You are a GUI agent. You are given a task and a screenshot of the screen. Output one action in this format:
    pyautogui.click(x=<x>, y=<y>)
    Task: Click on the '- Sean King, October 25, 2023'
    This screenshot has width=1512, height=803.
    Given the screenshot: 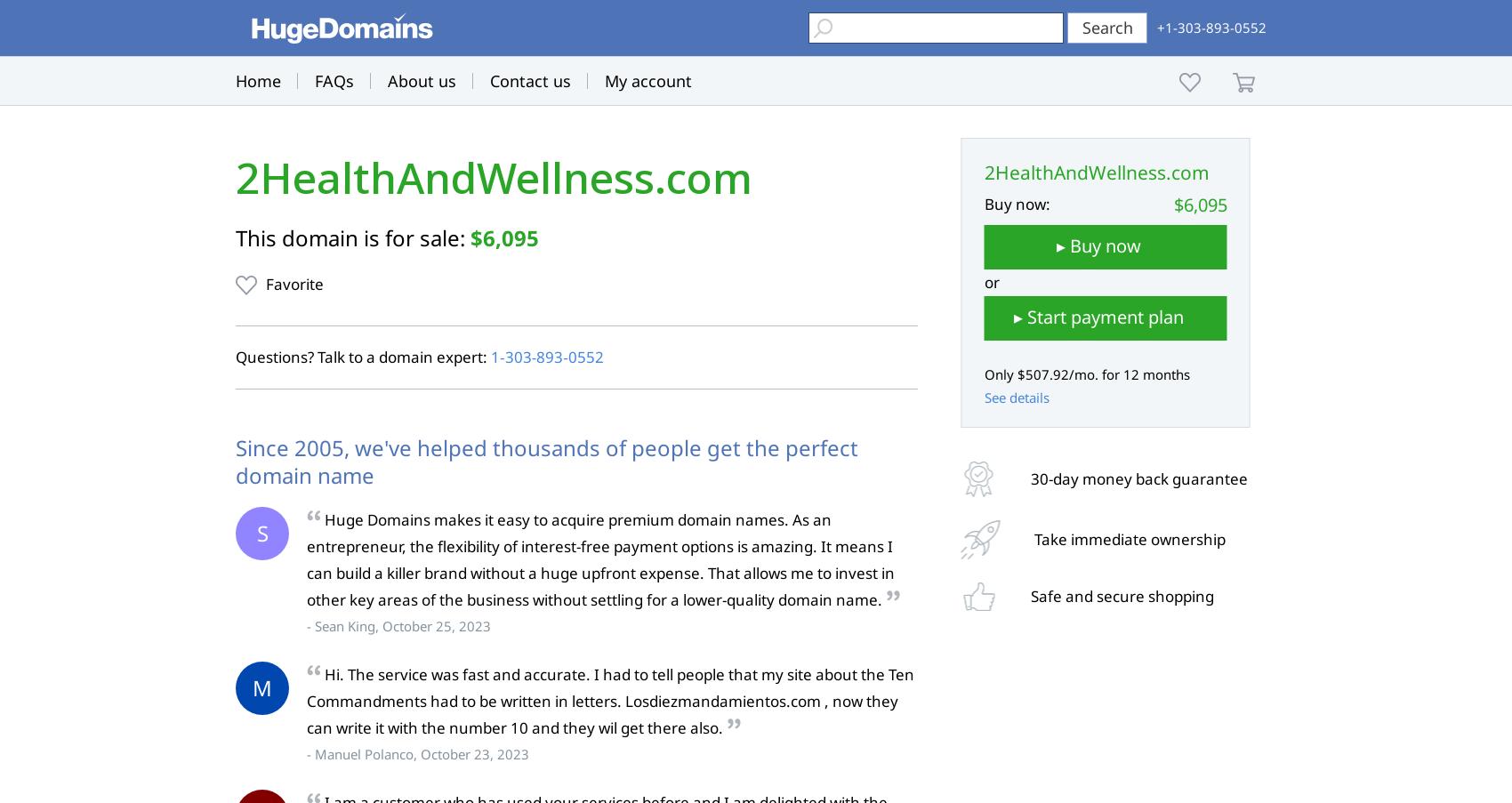 What is the action you would take?
    pyautogui.click(x=398, y=624)
    